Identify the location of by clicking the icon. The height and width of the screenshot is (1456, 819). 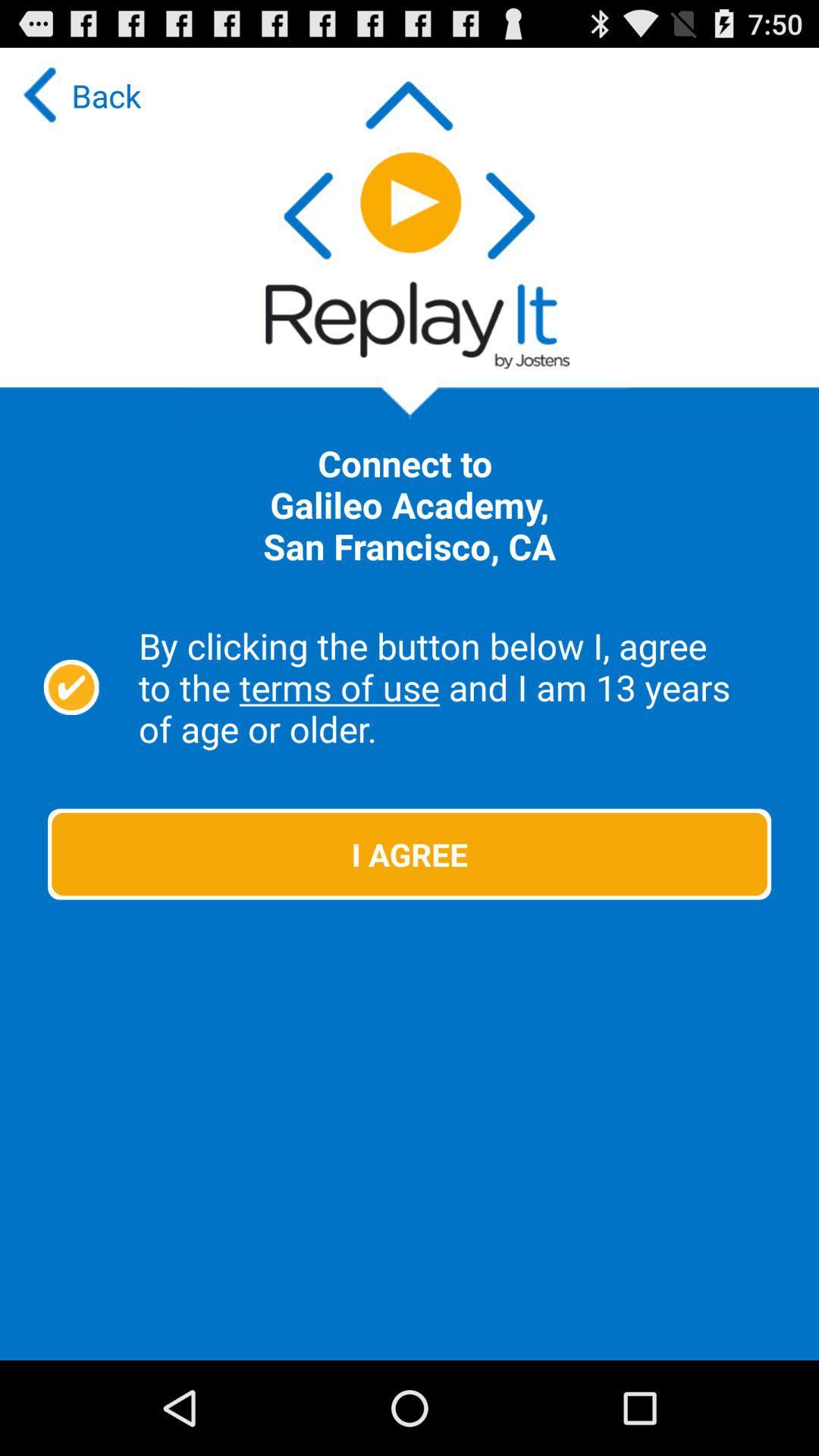
(460, 686).